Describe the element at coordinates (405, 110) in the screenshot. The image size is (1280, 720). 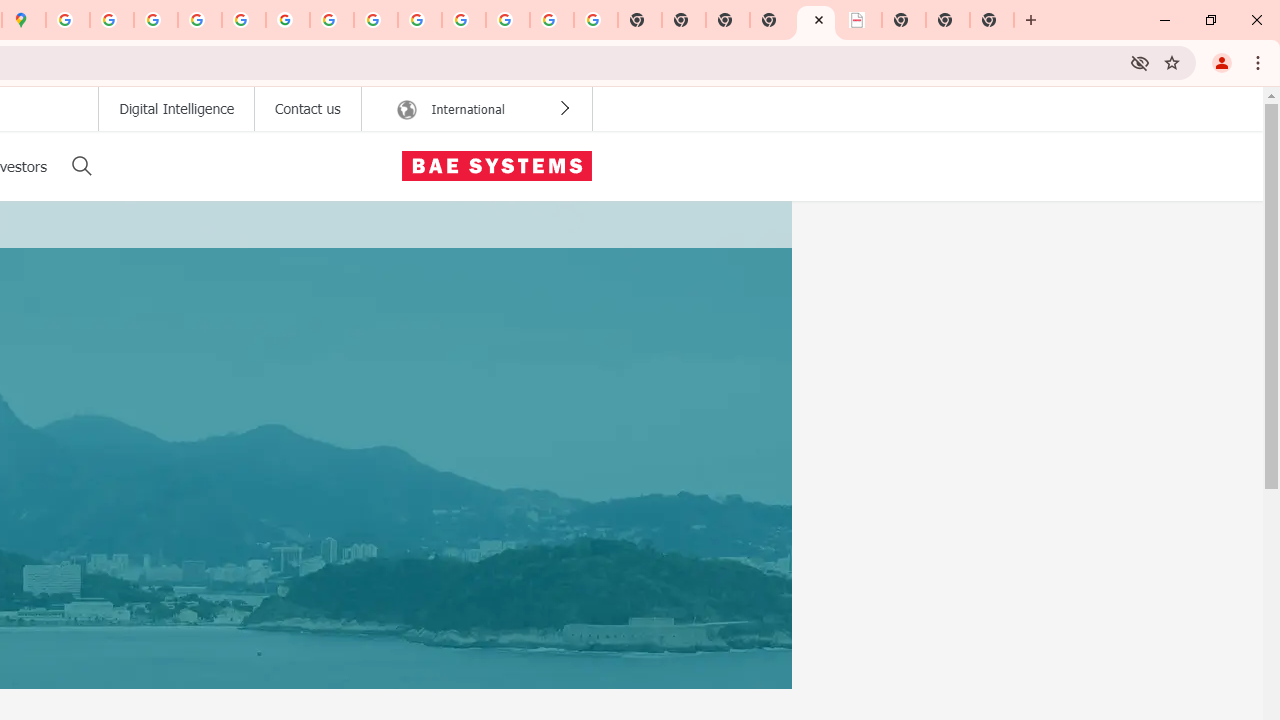
I see `' International Region Icon'` at that location.